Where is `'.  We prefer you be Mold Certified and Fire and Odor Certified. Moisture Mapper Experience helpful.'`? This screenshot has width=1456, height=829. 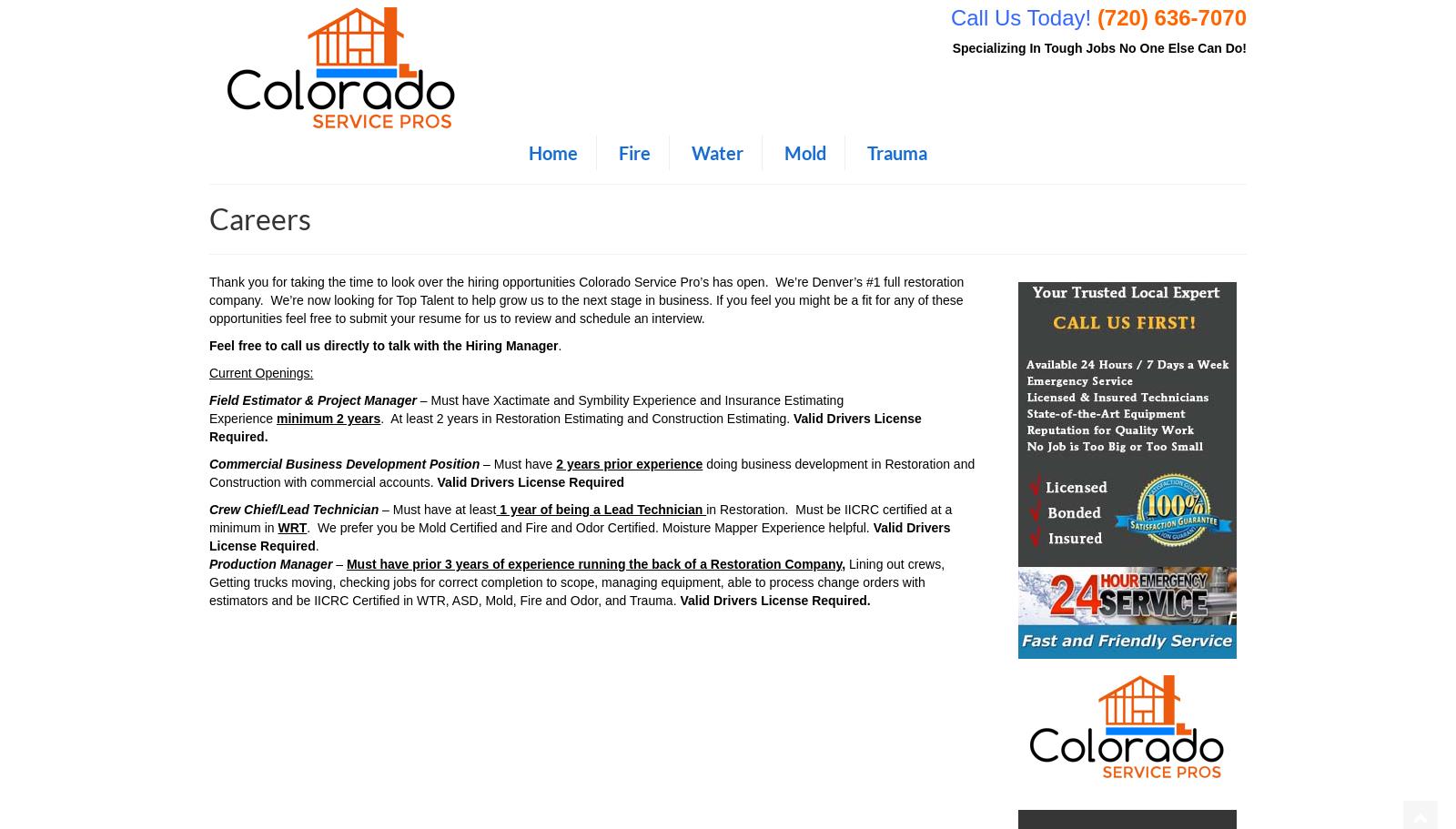
'.  We prefer you be Mold Certified and Fire and Odor Certified. Moisture Mapper Experience helpful.' is located at coordinates (590, 528).